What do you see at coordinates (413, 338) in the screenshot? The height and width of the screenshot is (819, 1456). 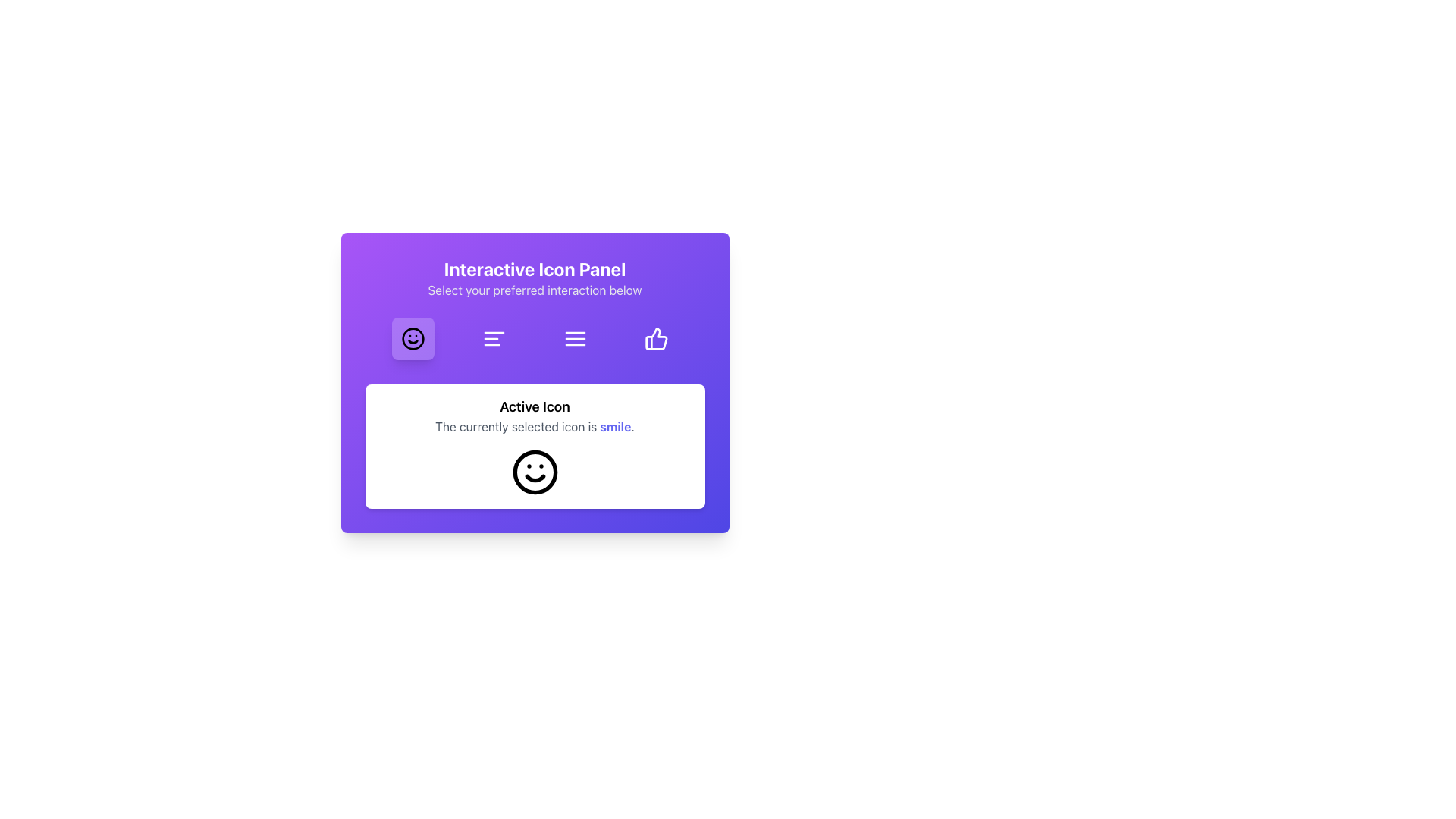 I see `the central SVG Circle that represents the smiley face in the header of the interface pane` at bounding box center [413, 338].